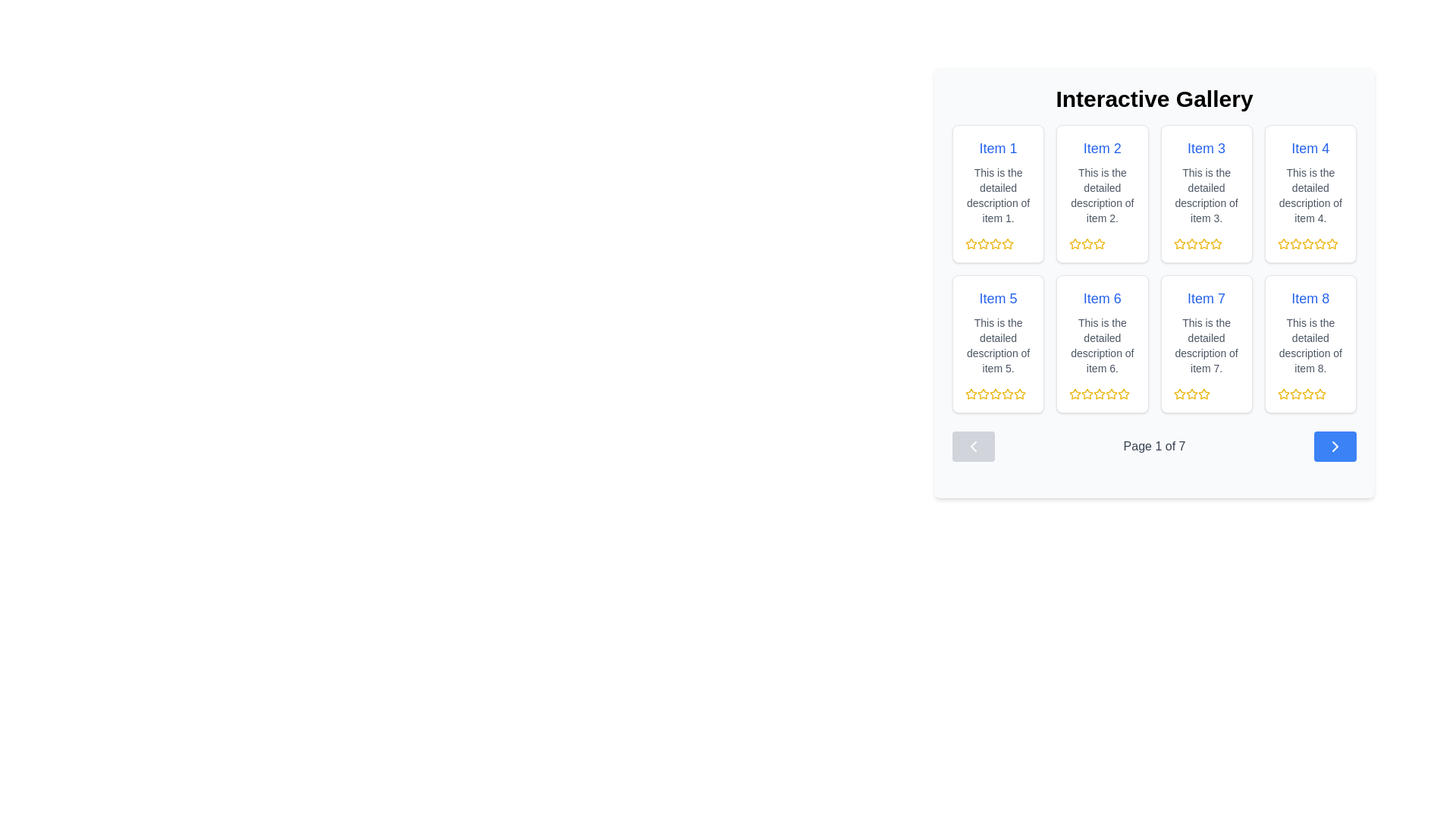  I want to click on the 'Item 8' card in the bottom-right corner of the grid layout, so click(1310, 344).